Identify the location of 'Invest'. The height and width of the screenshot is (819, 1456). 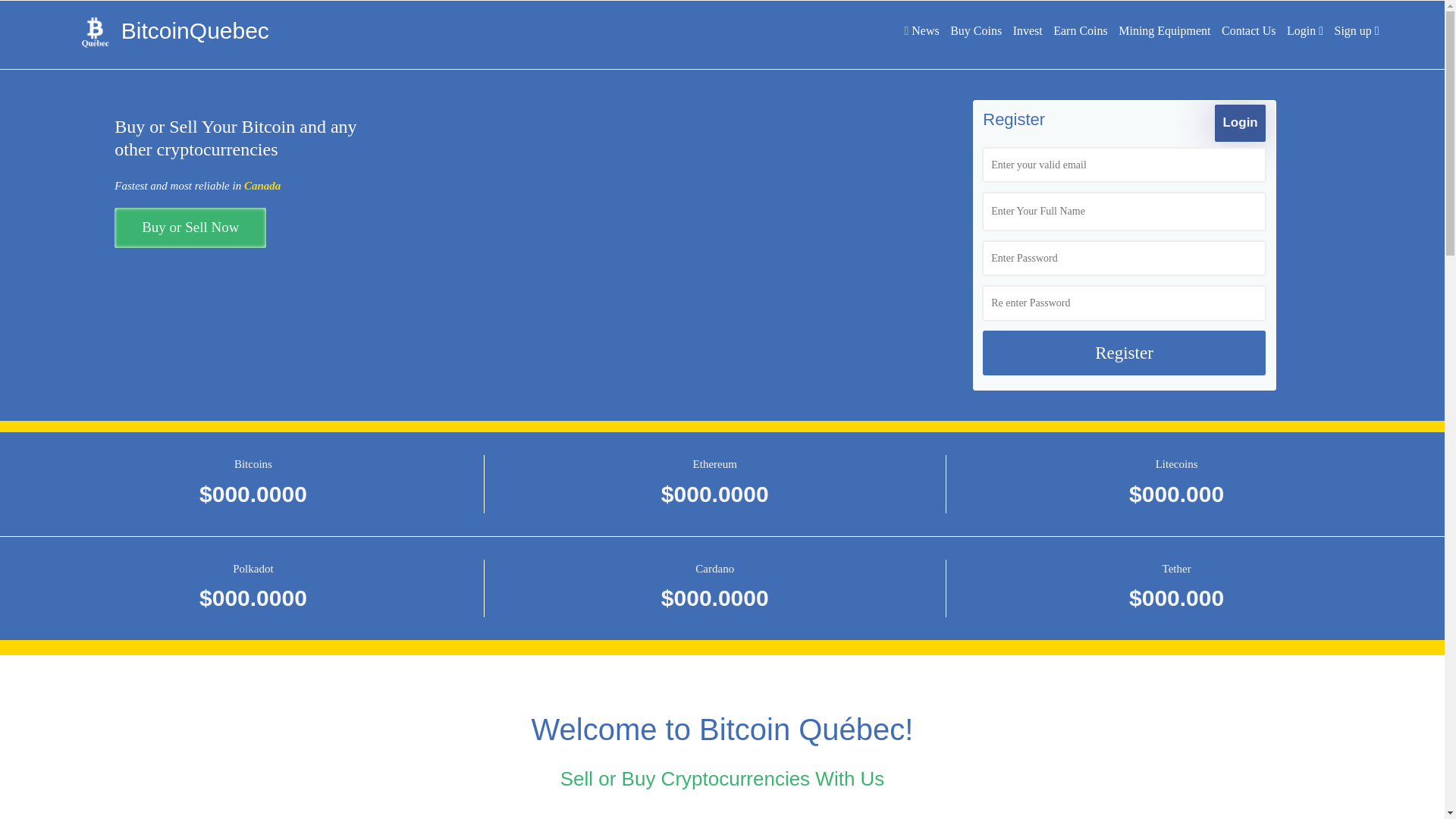
(1028, 30).